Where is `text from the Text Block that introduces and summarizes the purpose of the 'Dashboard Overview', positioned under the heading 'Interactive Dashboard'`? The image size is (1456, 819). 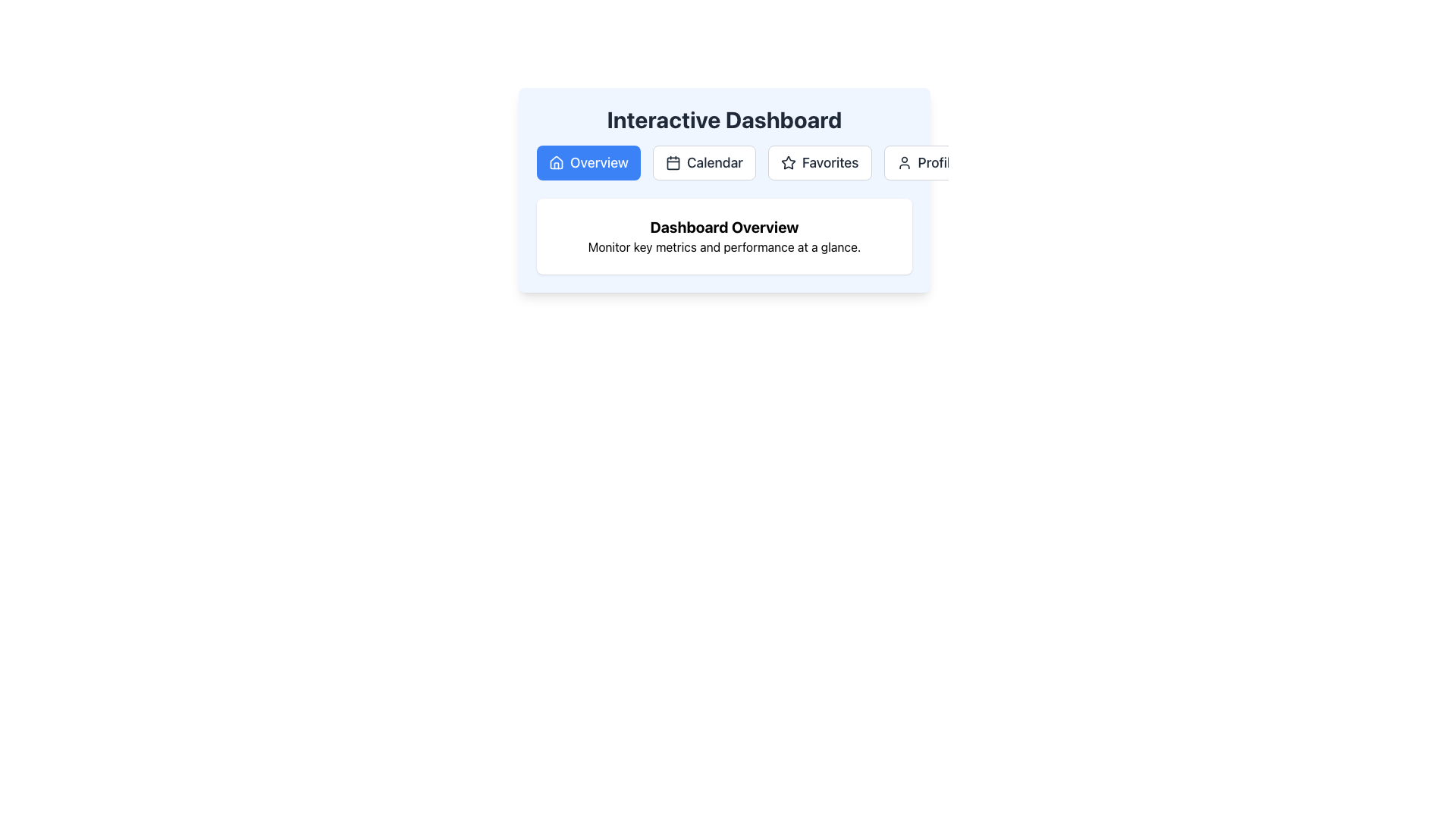
text from the Text Block that introduces and summarizes the purpose of the 'Dashboard Overview', positioned under the heading 'Interactive Dashboard' is located at coordinates (723, 237).